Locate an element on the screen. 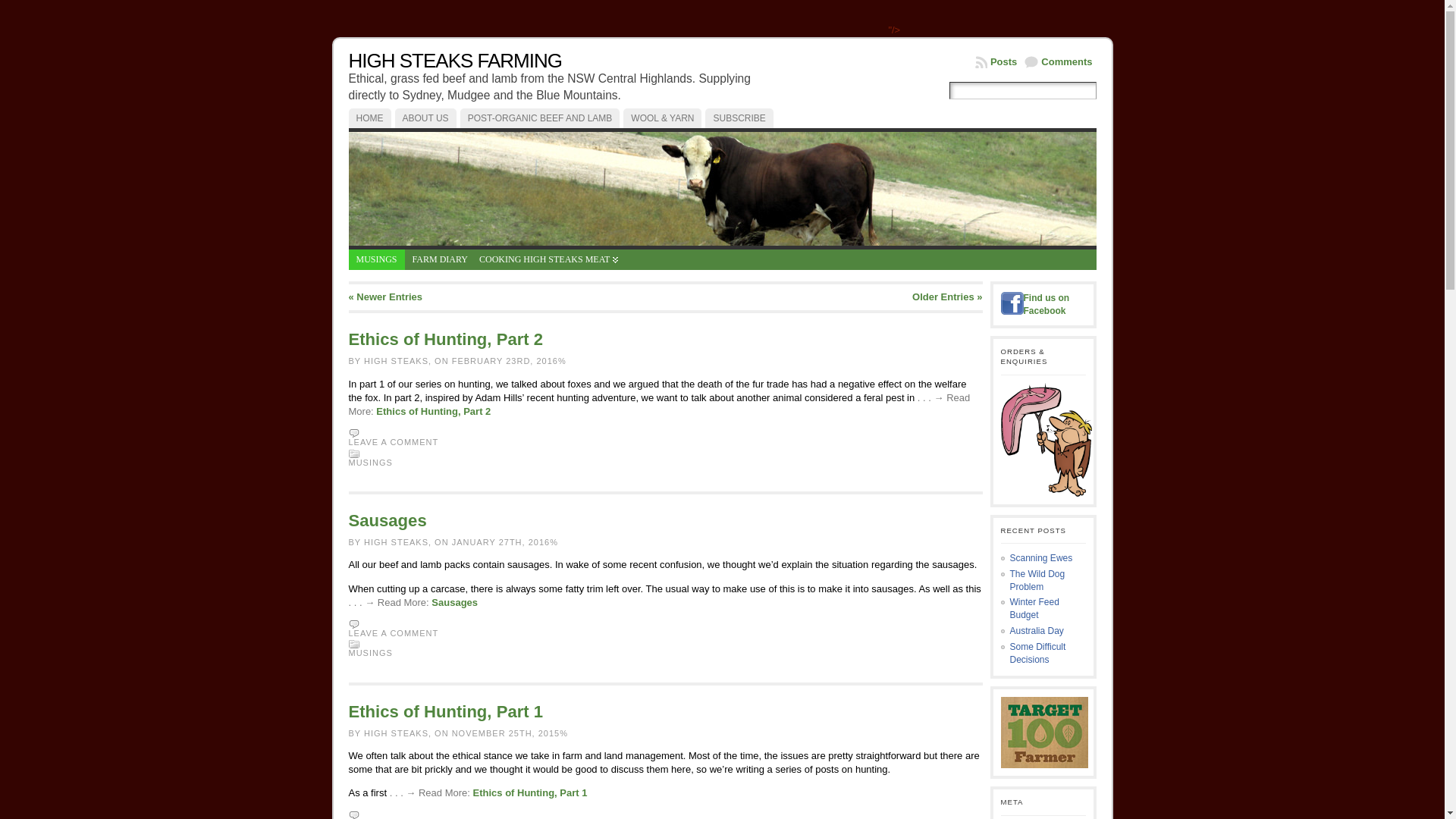  'Sausages' is located at coordinates (453, 601).